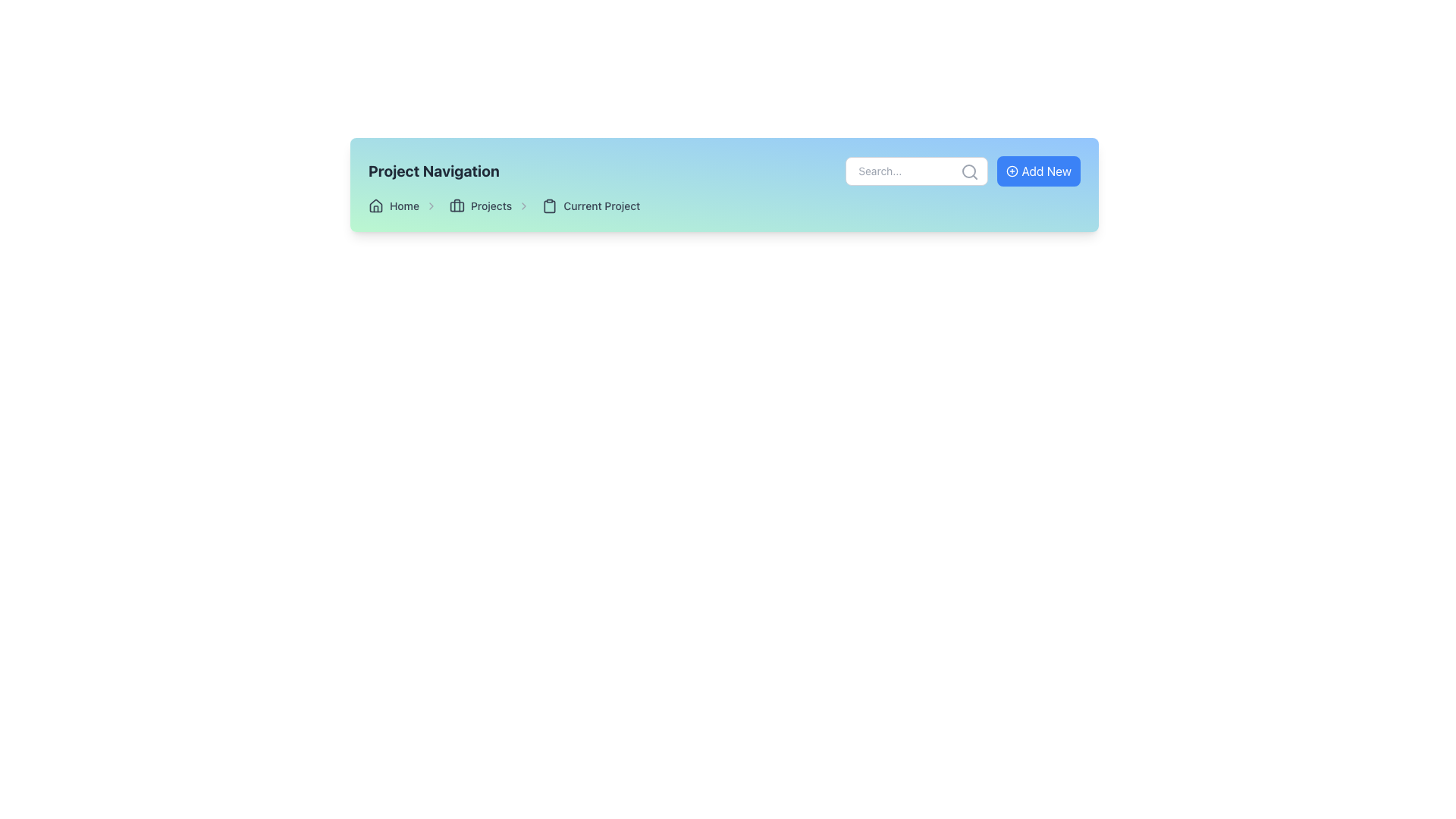 The image size is (1456, 819). What do you see at coordinates (457, 206) in the screenshot?
I see `the 'Projects' icon in the breadcrumb navigation bar, which visually represents the 'Projects' section` at bounding box center [457, 206].